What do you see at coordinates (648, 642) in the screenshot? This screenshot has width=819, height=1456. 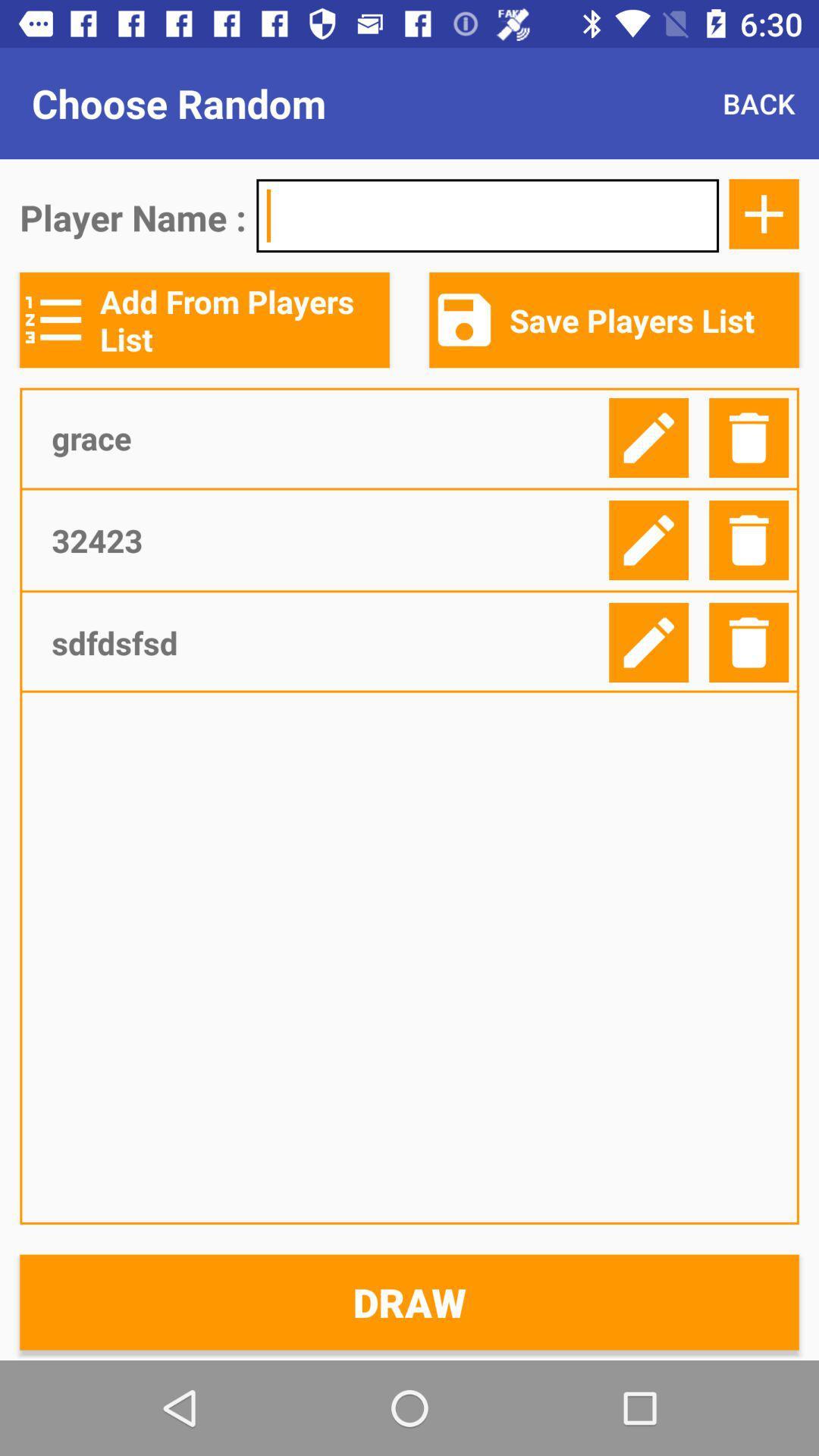 I see `edit player` at bounding box center [648, 642].